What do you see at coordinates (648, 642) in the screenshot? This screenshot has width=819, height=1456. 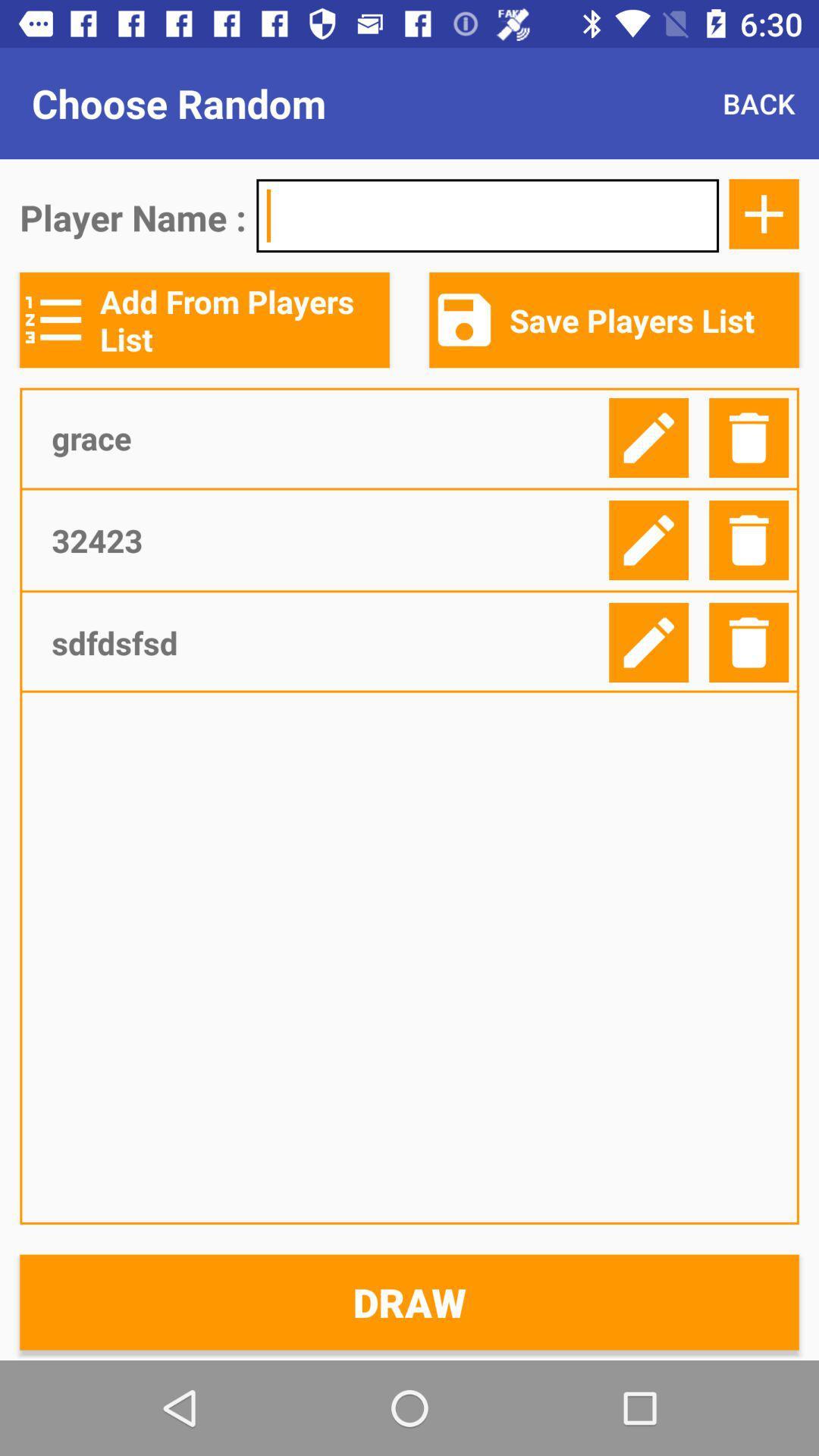 I see `edit player` at bounding box center [648, 642].